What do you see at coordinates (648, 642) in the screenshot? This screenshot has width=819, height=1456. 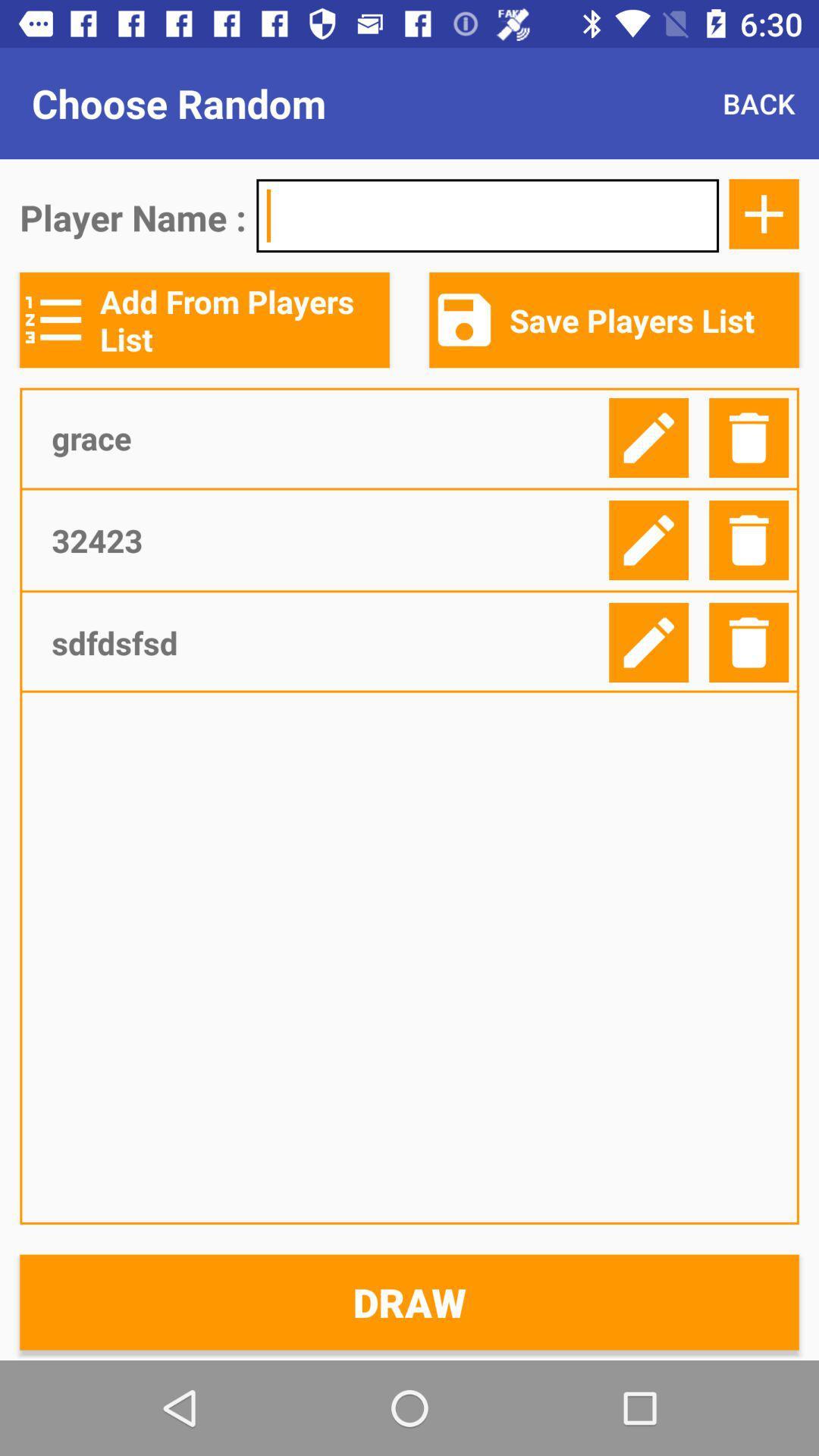 I see `edit player` at bounding box center [648, 642].